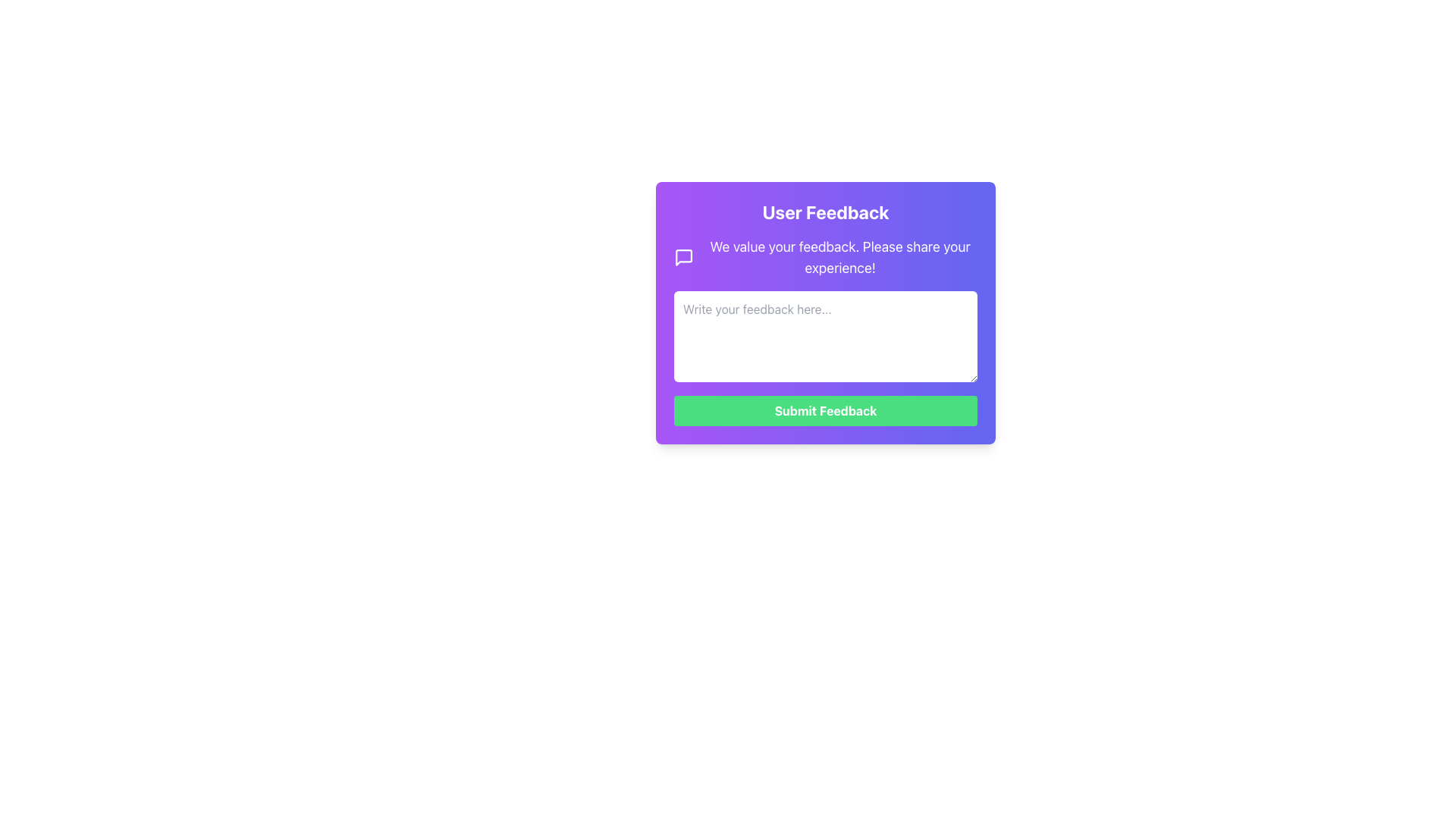  Describe the element at coordinates (683, 256) in the screenshot. I see `the messaging feedback icon located at the top-left side of the purple feedback form, adjacent to the text 'We value your feedback. Please share your experience!'` at that location.